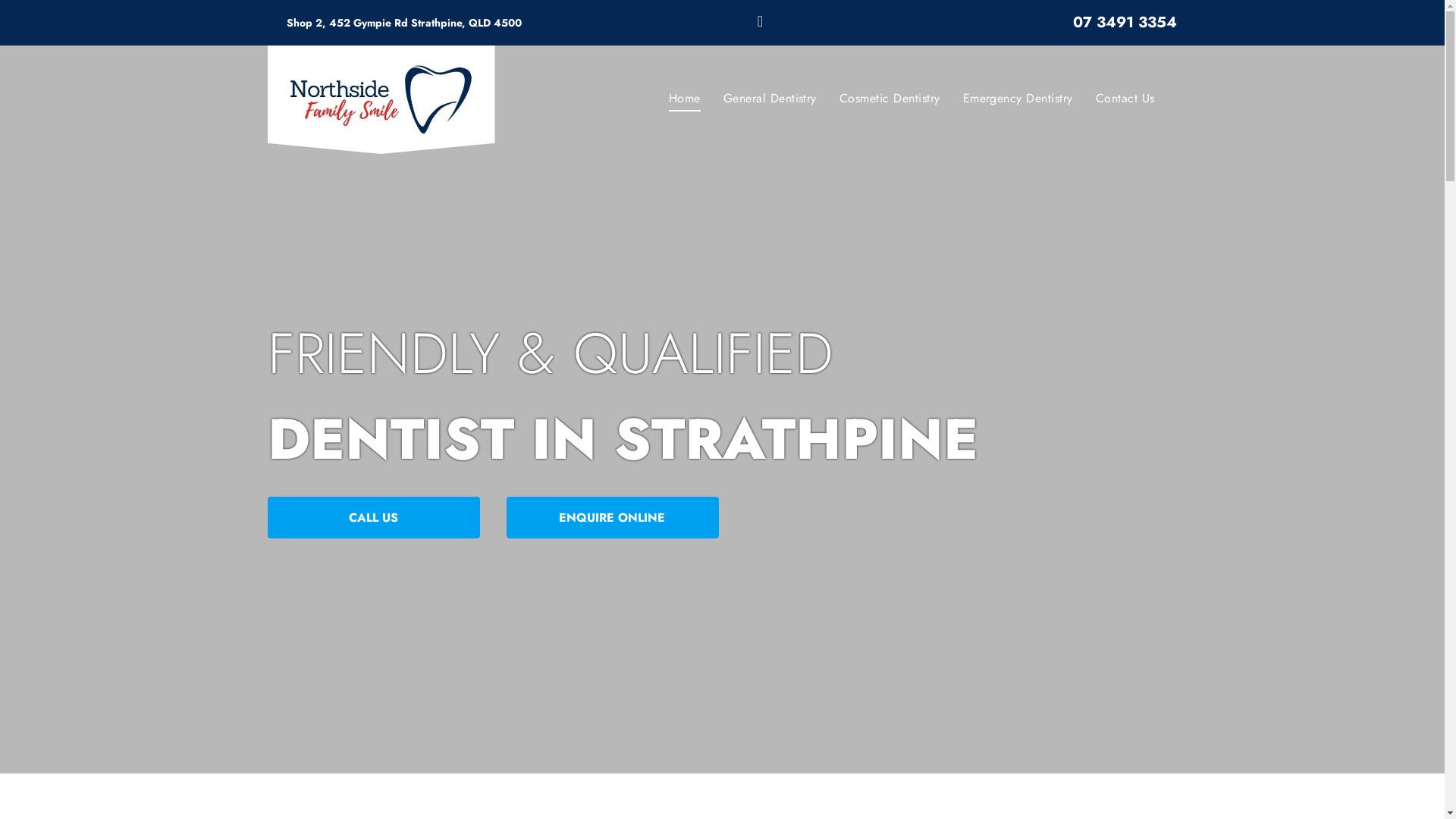 Image resolution: width=1456 pixels, height=819 pixels. I want to click on 'ENQUIRE ONLINE', so click(506, 516).